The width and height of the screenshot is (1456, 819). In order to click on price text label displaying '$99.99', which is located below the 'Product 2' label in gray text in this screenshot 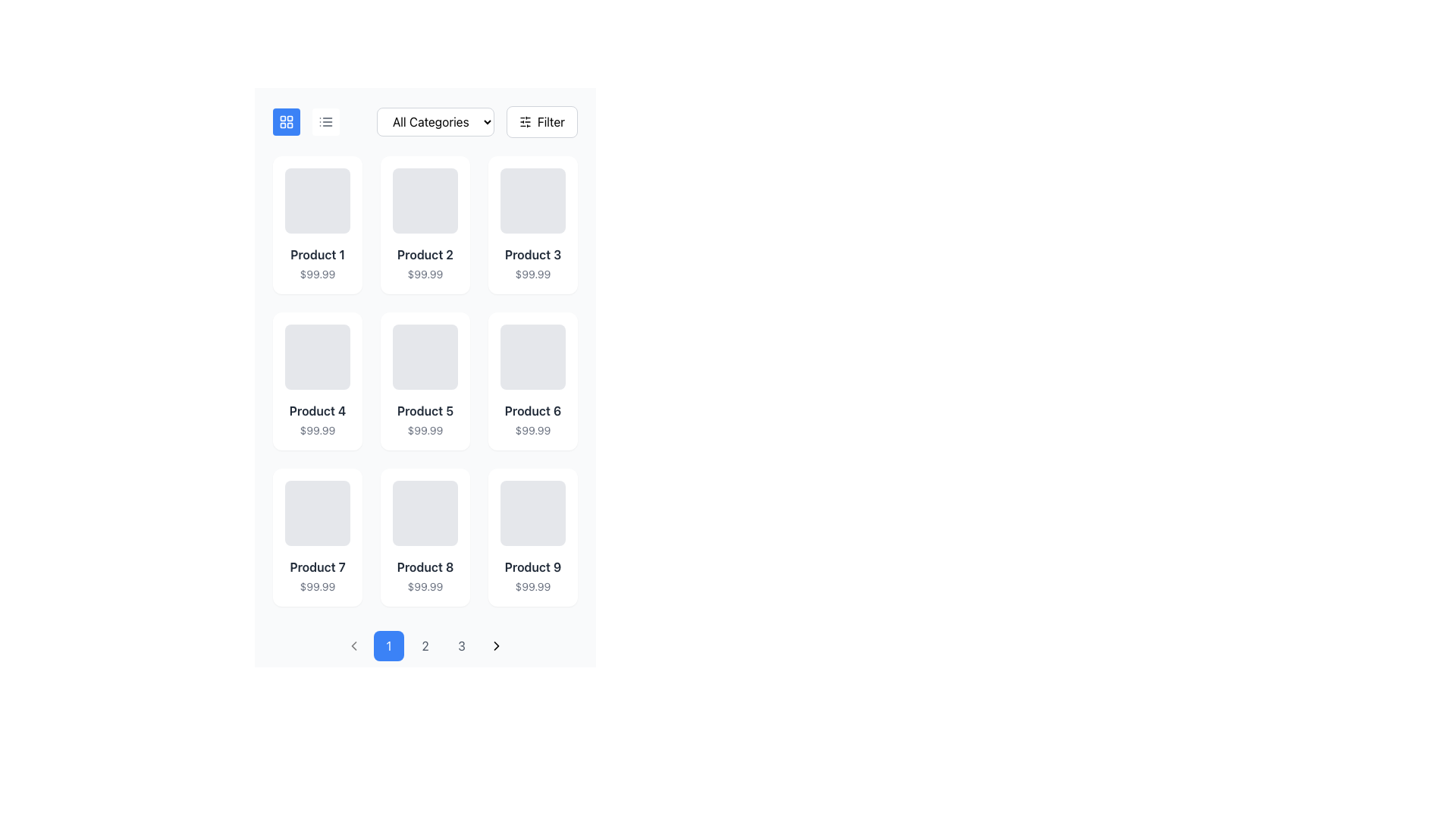, I will do `click(425, 275)`.